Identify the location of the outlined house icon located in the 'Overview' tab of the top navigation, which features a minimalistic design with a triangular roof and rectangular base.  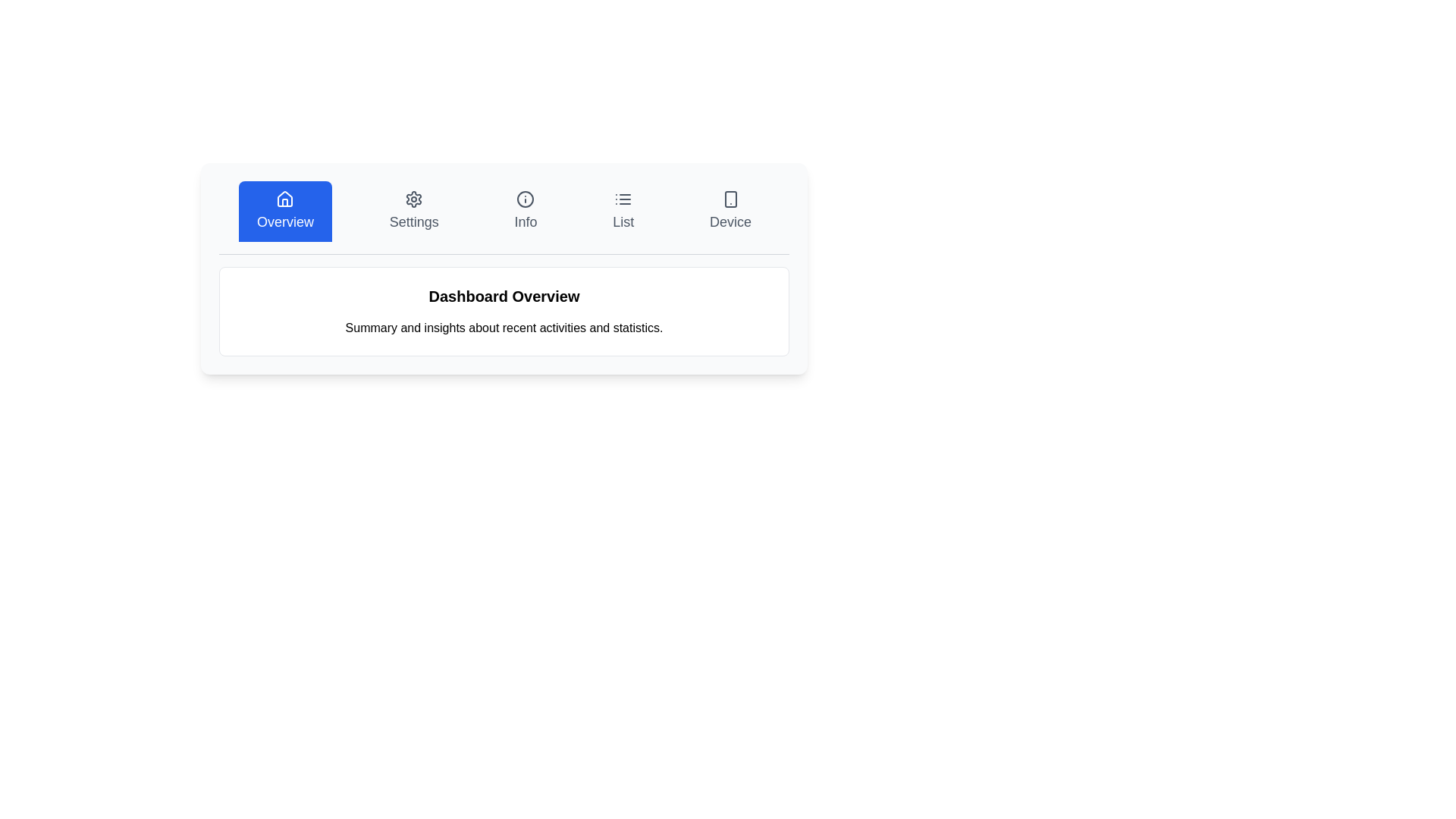
(285, 198).